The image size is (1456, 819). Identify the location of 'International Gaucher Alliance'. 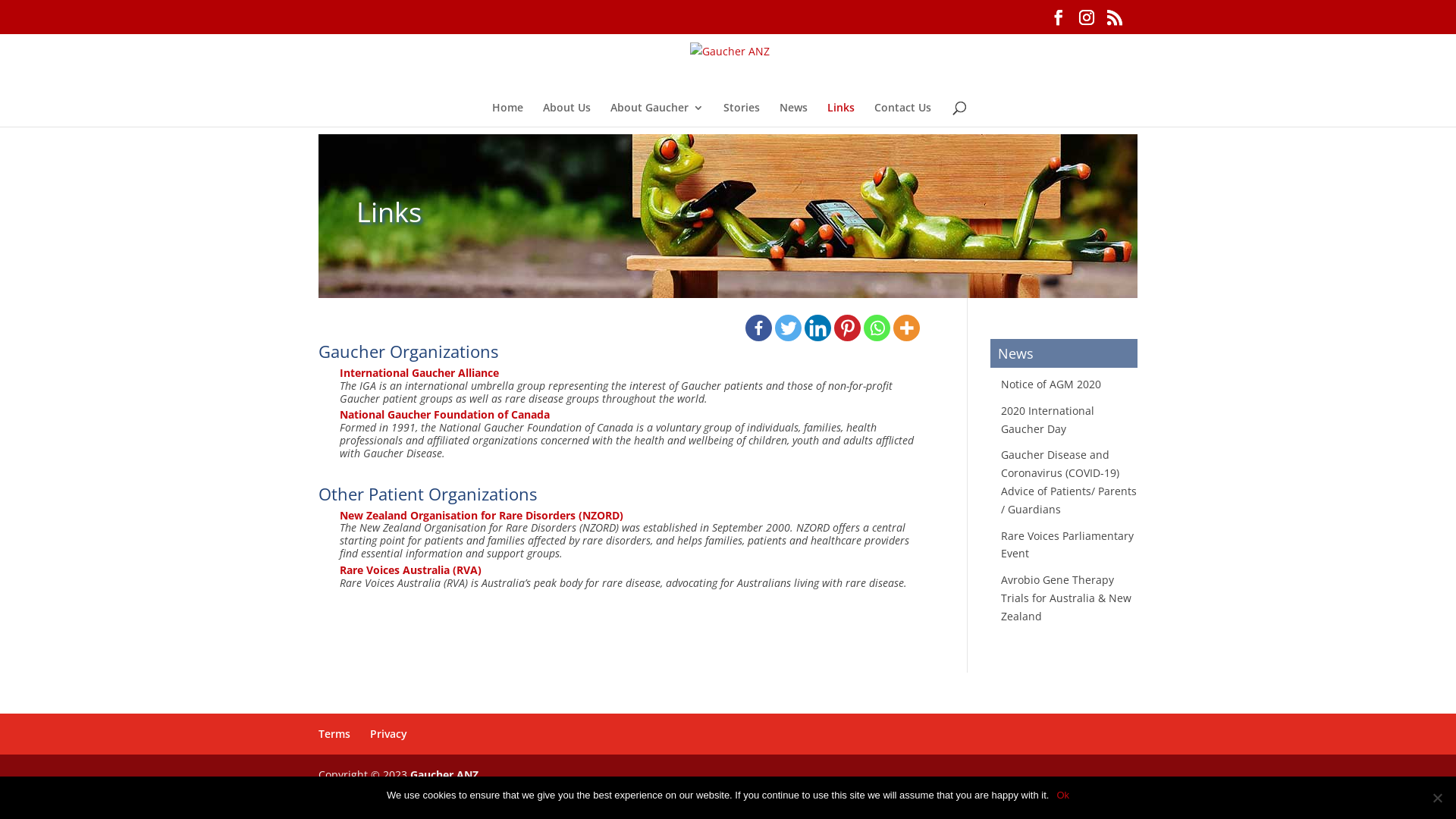
(419, 372).